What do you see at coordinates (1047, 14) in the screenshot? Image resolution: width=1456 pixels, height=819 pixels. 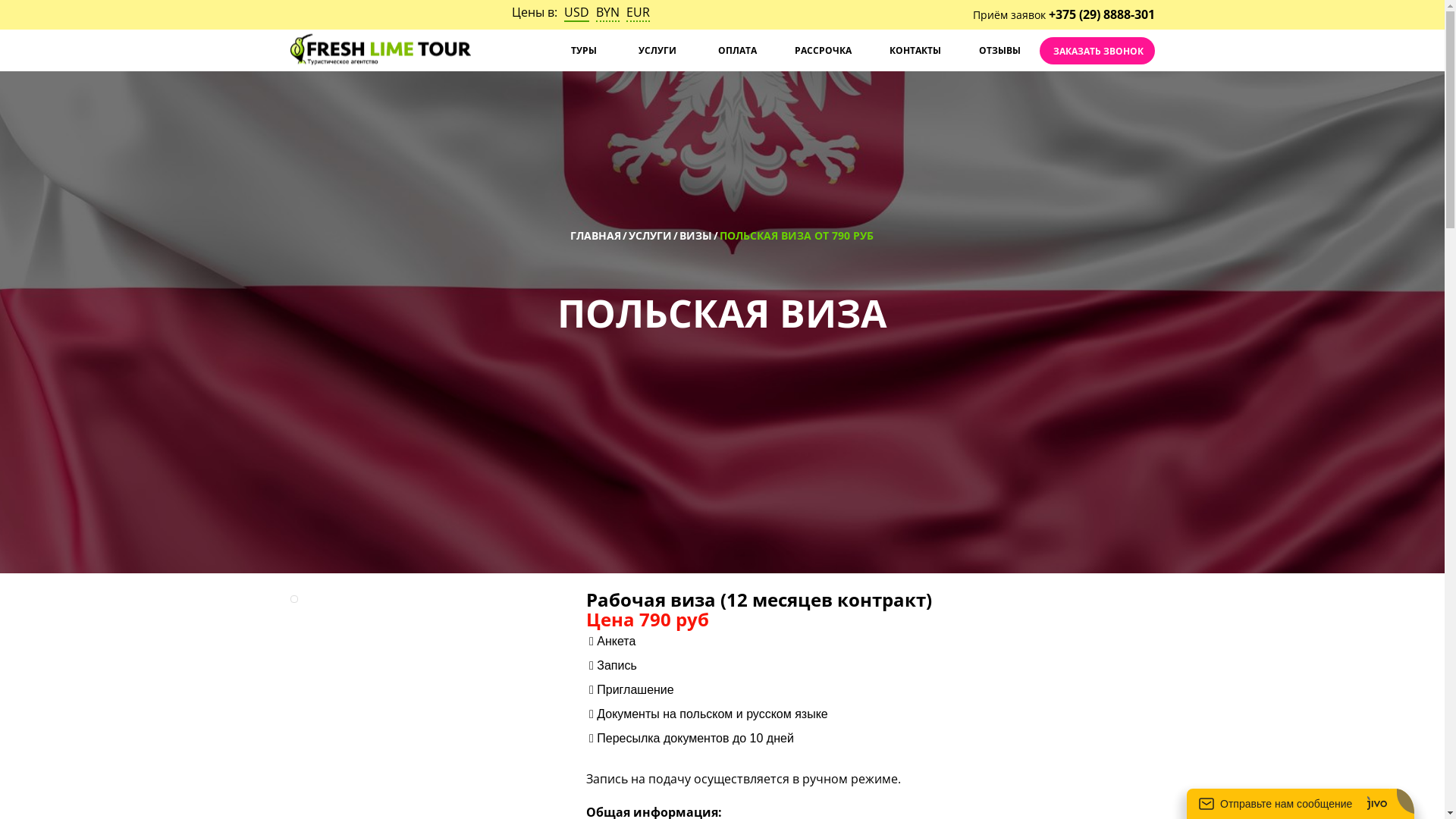 I see `'+375 (29) 8888-301'` at bounding box center [1047, 14].